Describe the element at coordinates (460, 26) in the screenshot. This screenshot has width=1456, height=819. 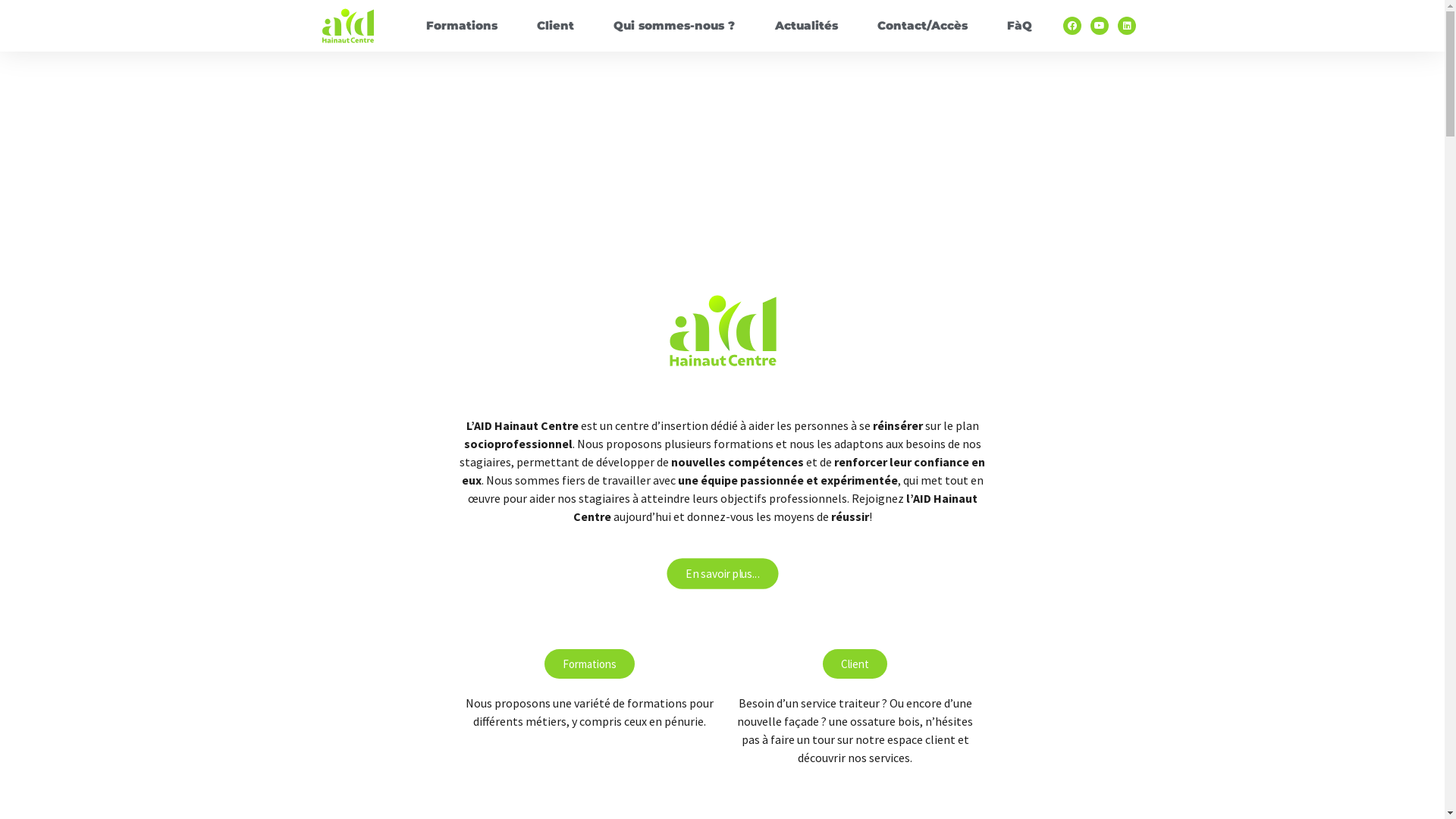
I see `'Formations'` at that location.